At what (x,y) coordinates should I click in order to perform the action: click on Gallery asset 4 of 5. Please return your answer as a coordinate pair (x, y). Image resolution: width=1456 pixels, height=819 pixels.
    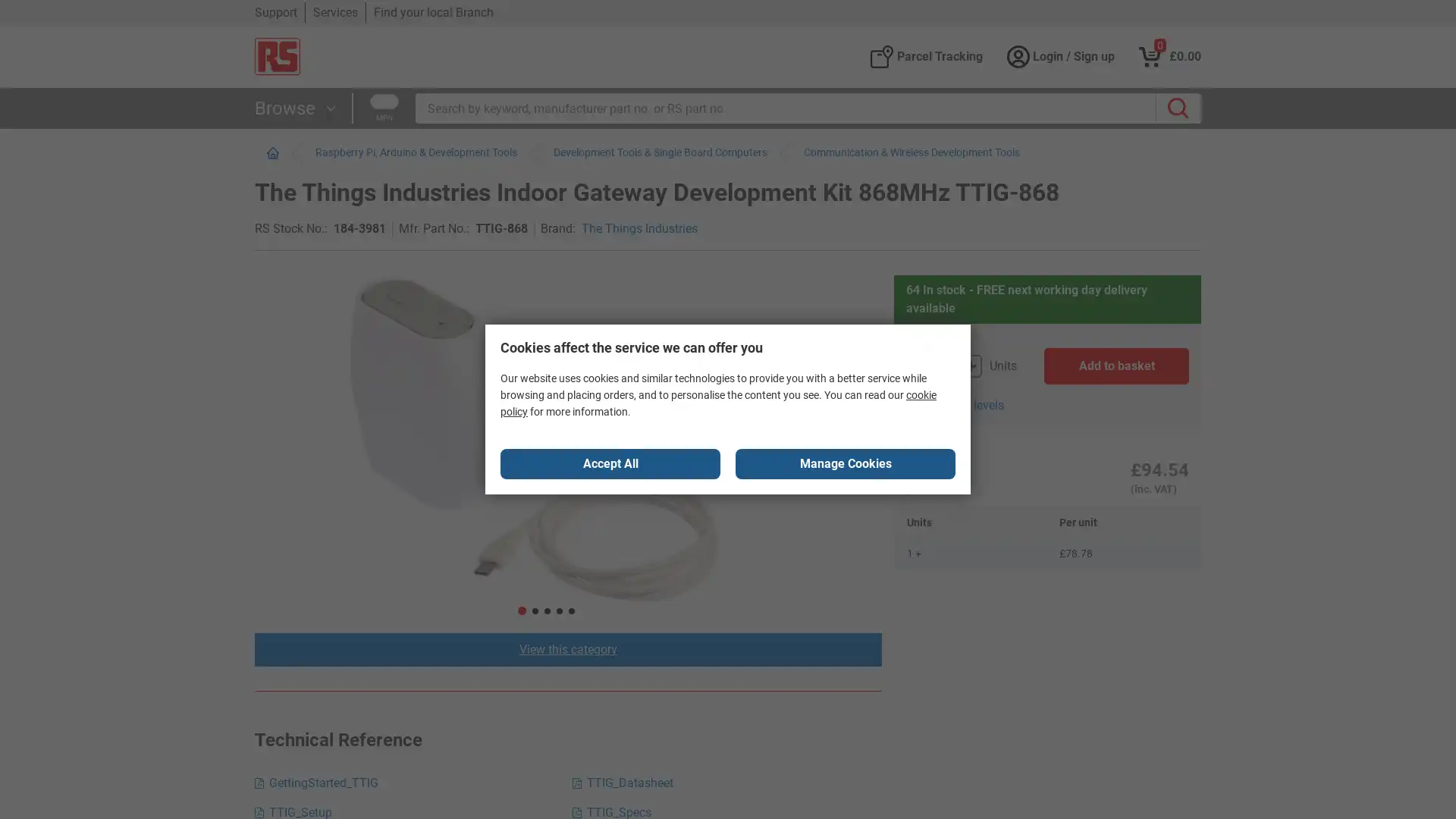
    Looking at the image, I should click on (612, 426).